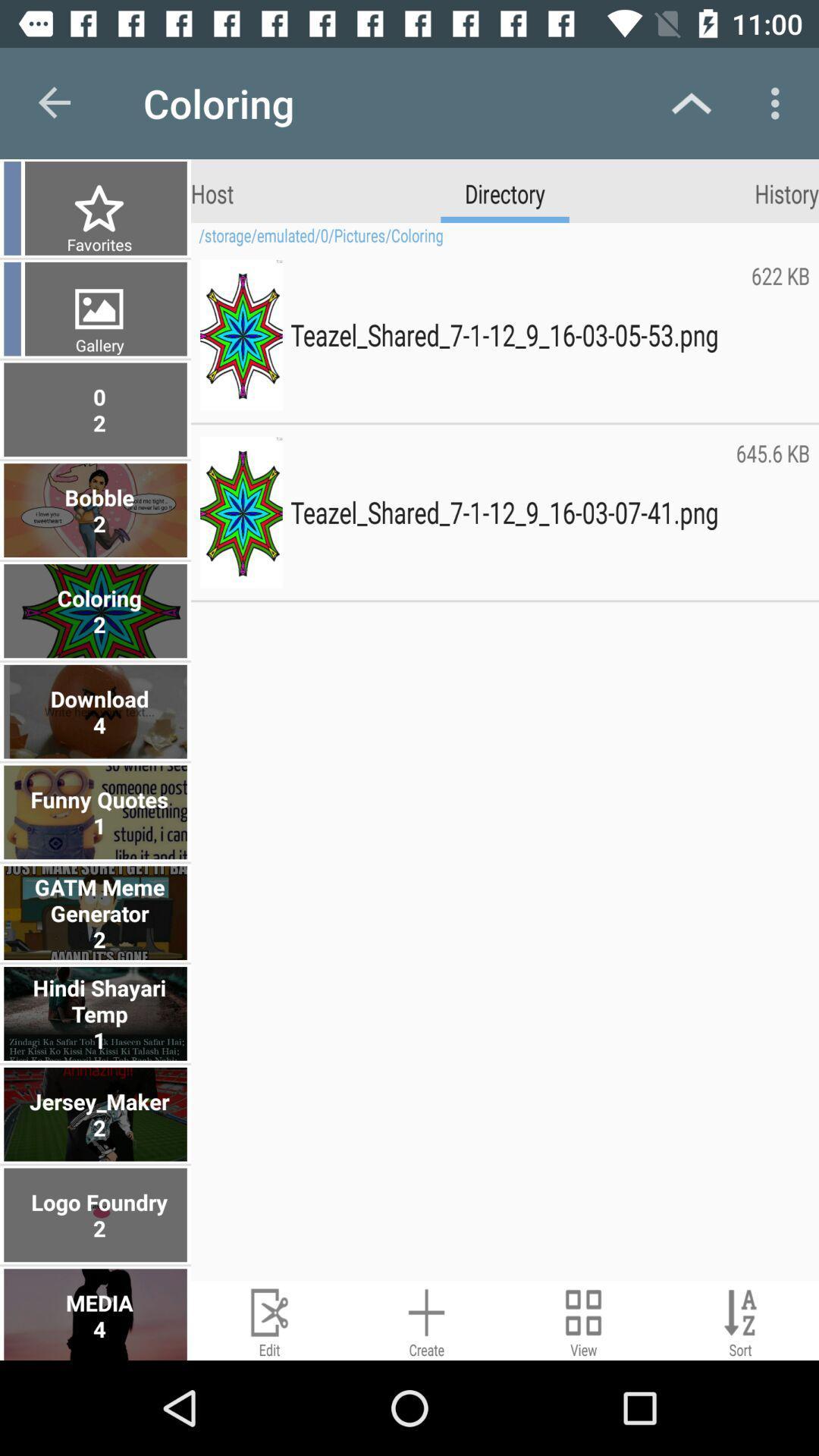 The height and width of the screenshot is (1456, 819). What do you see at coordinates (780, 334) in the screenshot?
I see `the 622 kb item` at bounding box center [780, 334].